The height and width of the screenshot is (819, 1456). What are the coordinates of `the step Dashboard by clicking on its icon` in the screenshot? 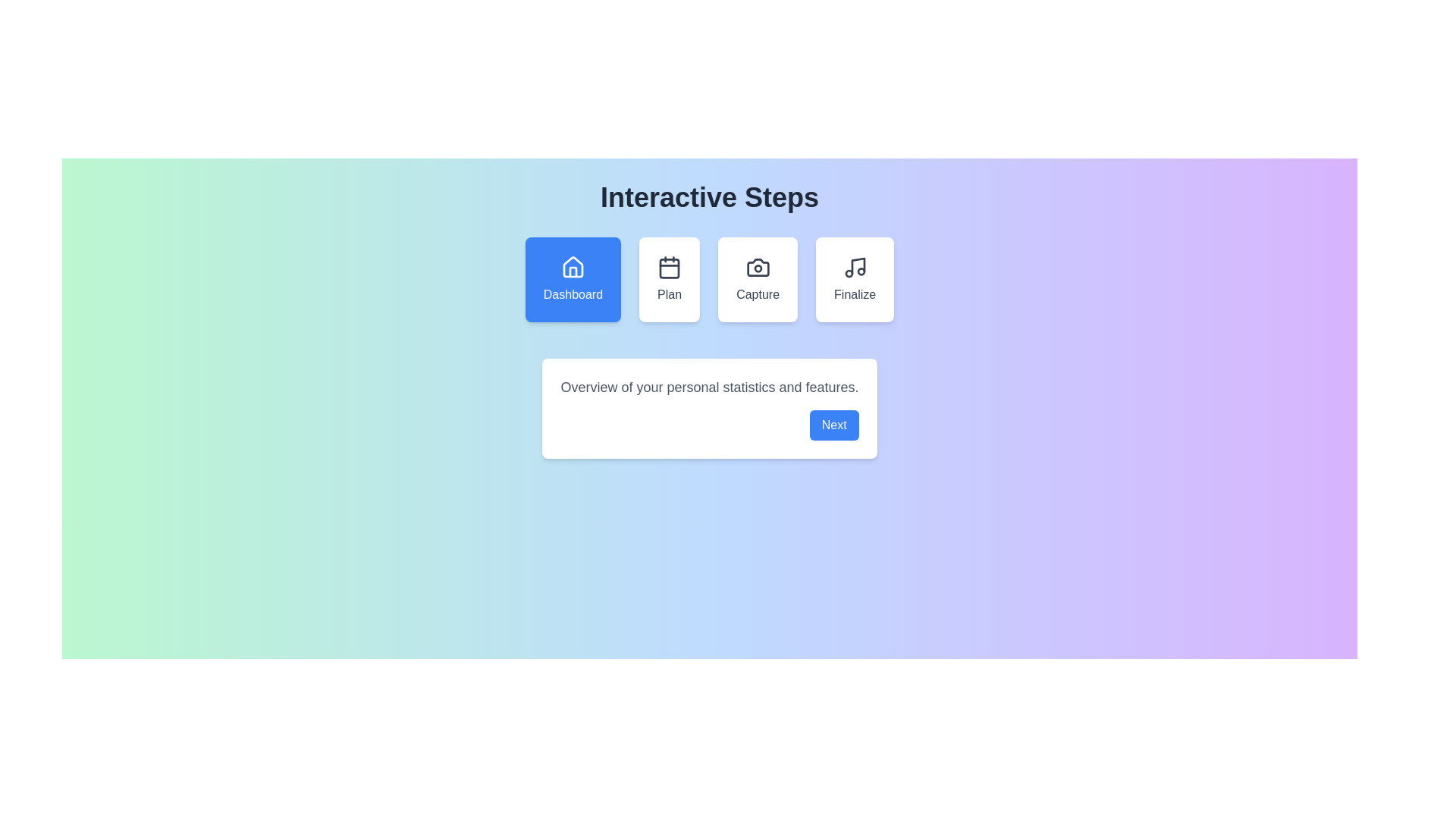 It's located at (572, 280).